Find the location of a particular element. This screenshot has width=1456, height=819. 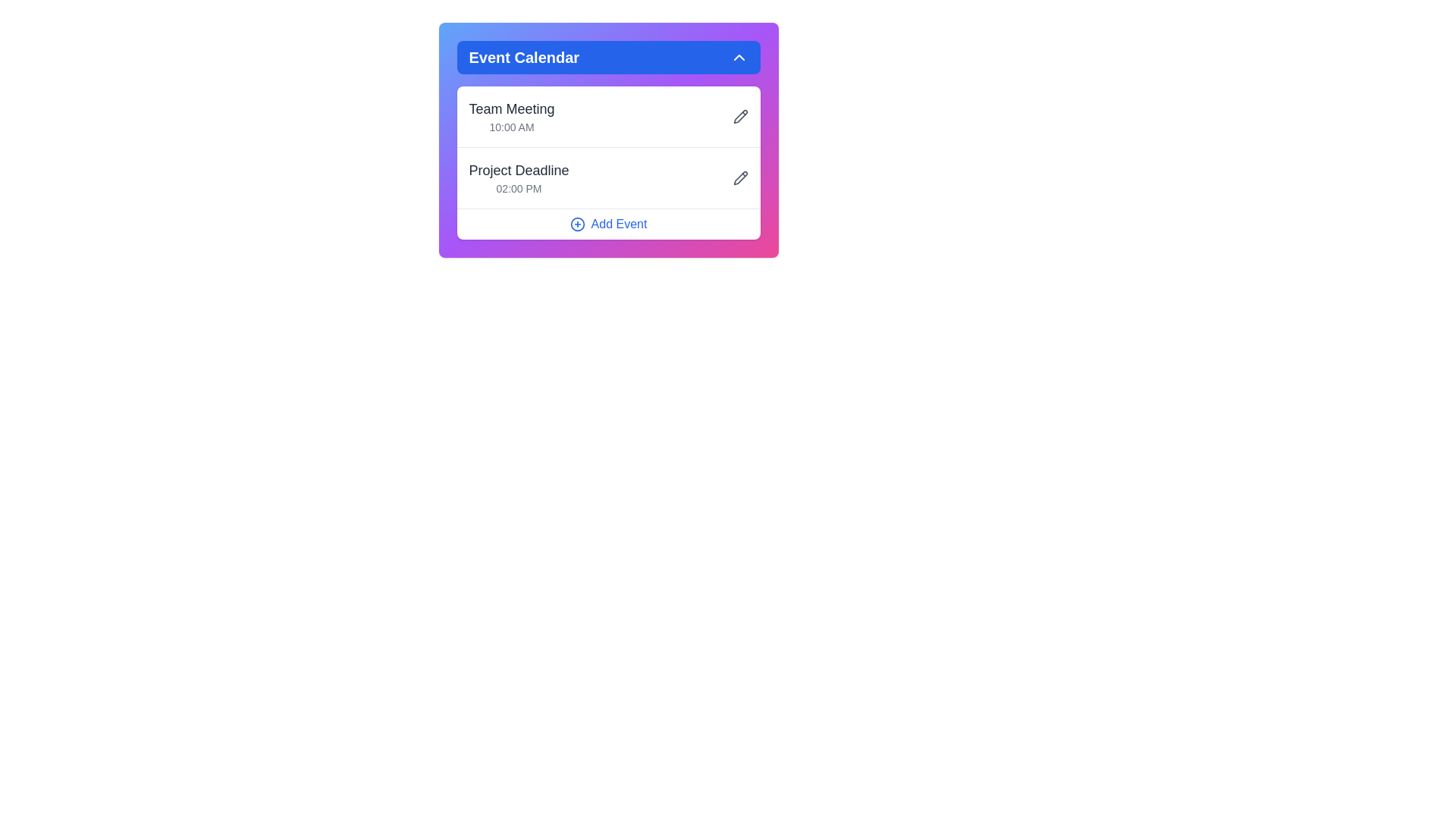

the 'Event Calendar' button to toggle the menu visibility is located at coordinates (608, 57).